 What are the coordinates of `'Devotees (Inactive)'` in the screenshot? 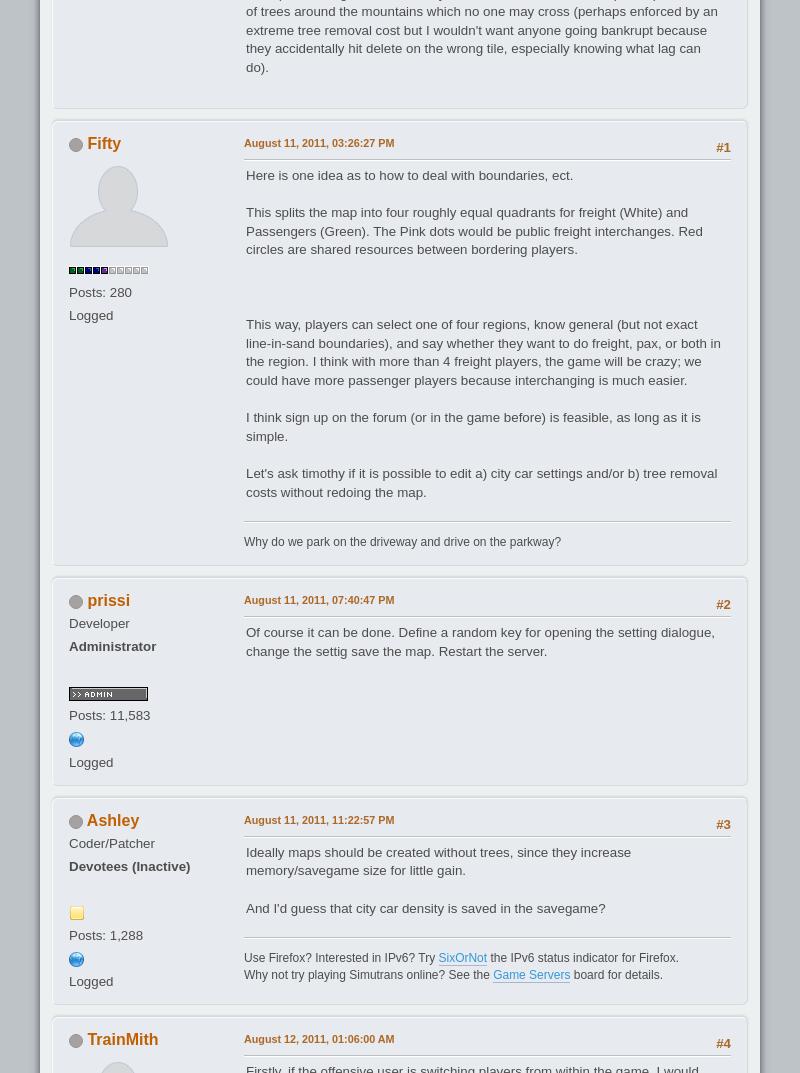 It's located at (68, 864).